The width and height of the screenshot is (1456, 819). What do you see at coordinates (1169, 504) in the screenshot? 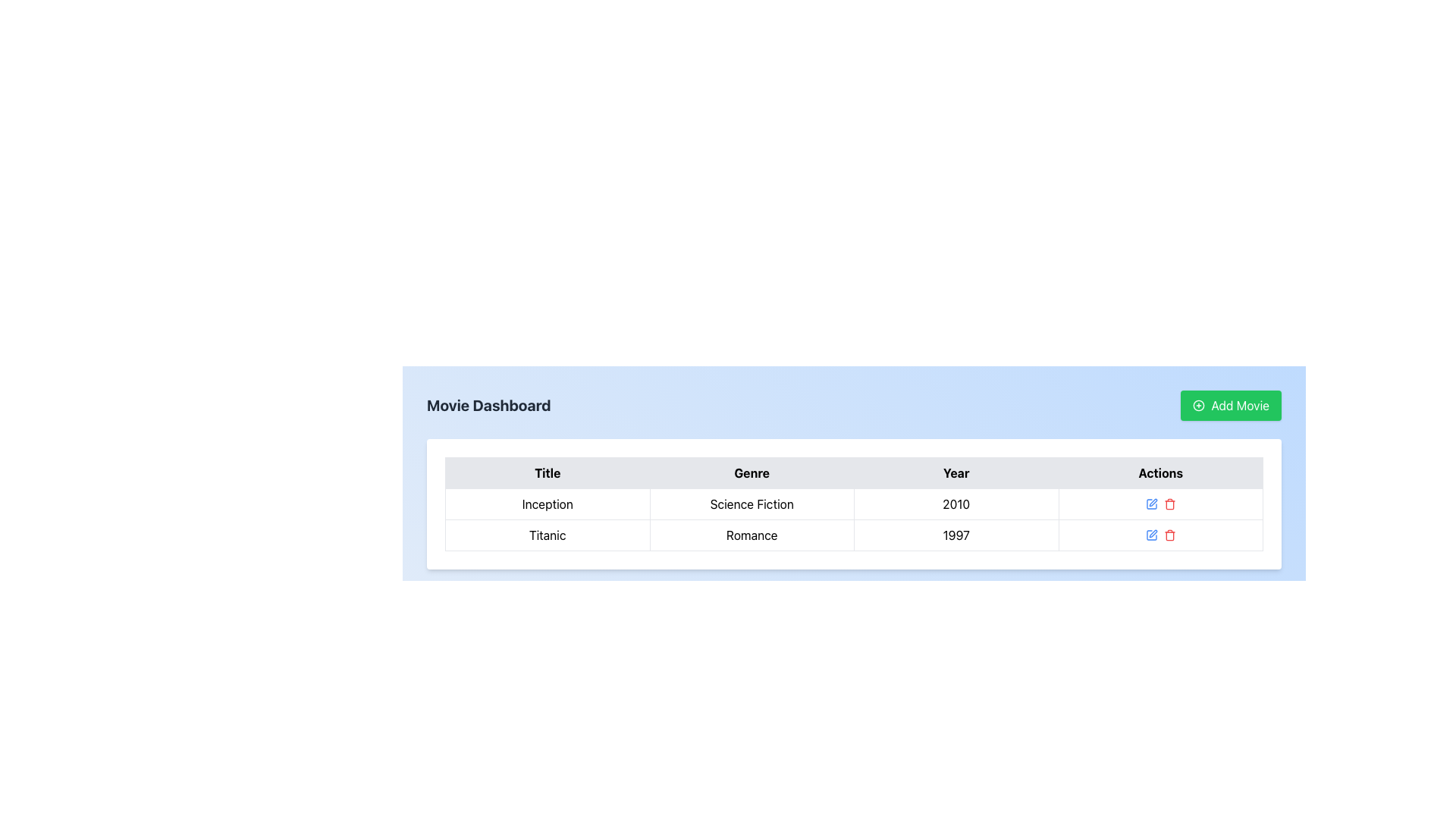
I see `the red trash can icon in the Actions column of the table for the Titanic movie entry to enhance accessibility navigation` at bounding box center [1169, 504].